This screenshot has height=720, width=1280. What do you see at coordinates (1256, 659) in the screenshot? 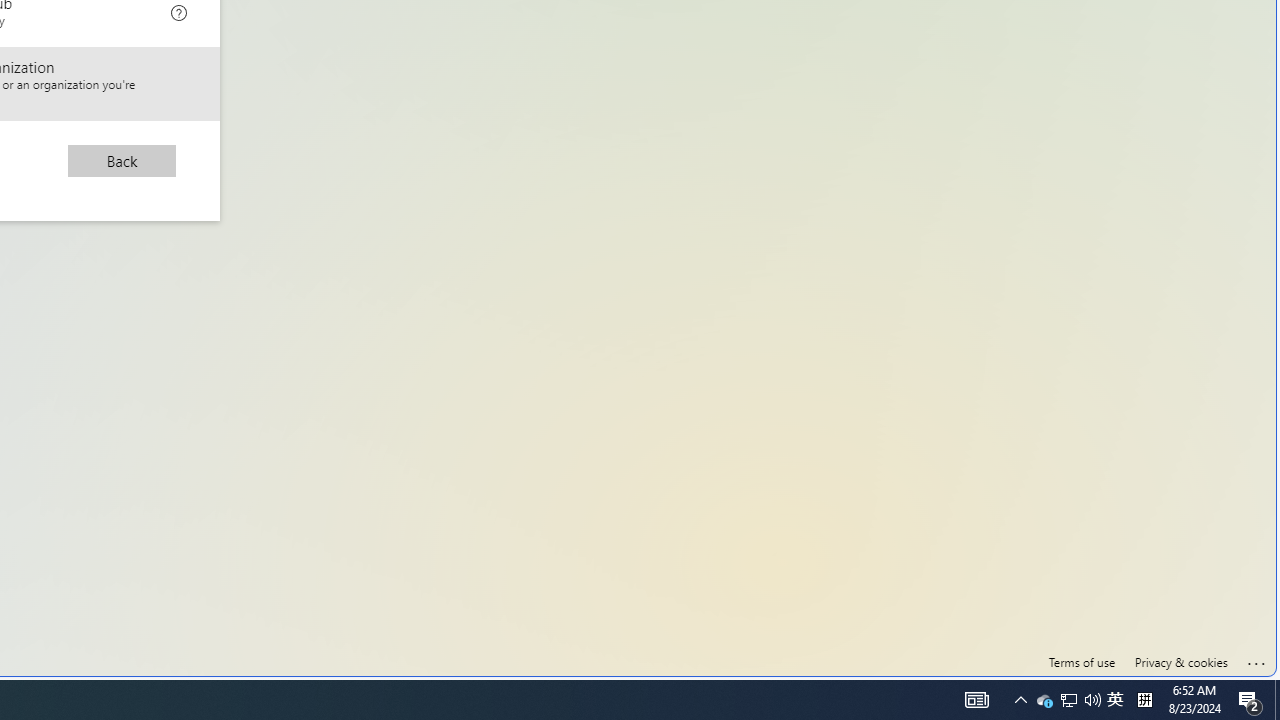
I see `'Click here for troubleshooting information'` at bounding box center [1256, 659].